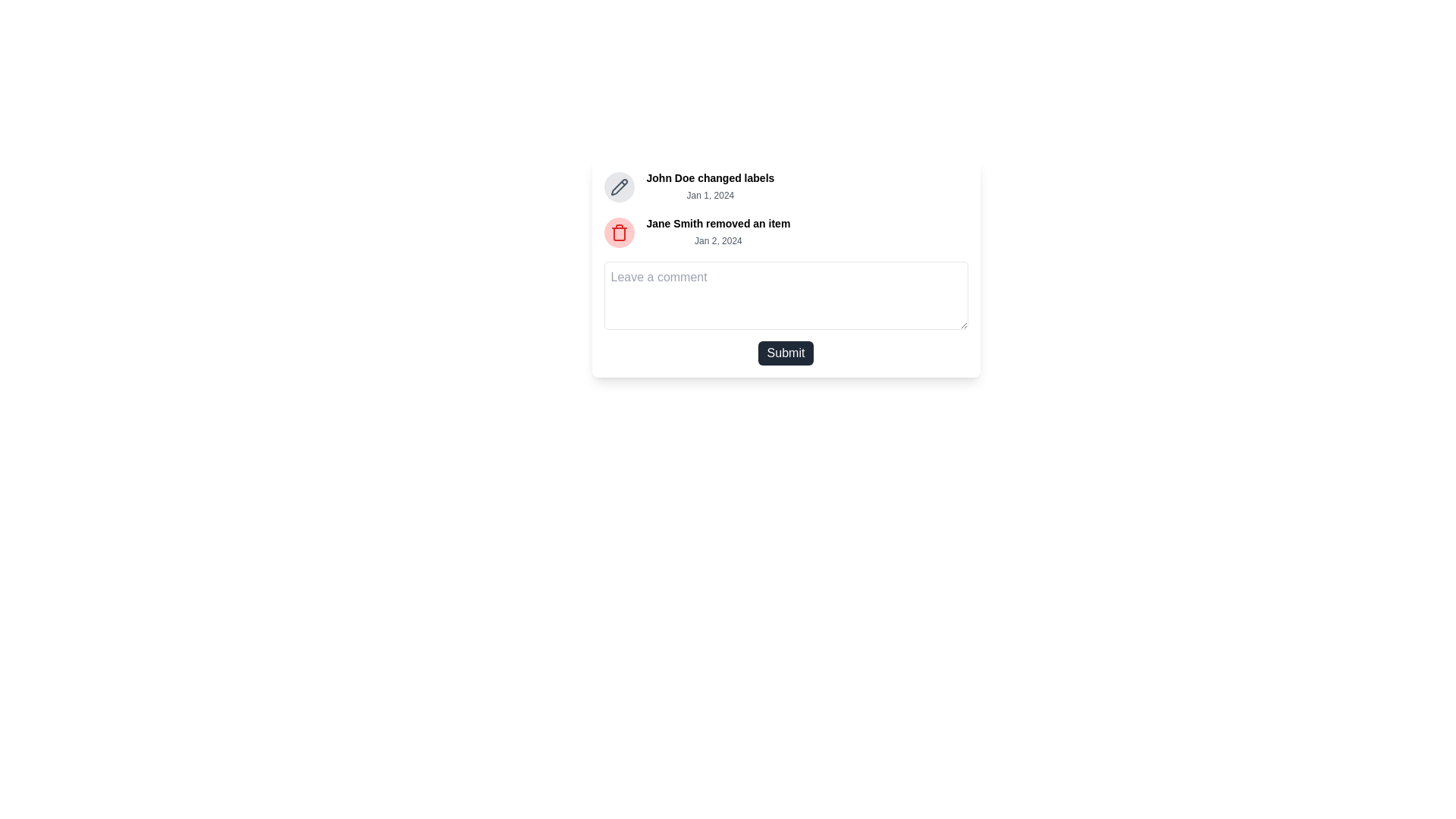  What do you see at coordinates (786, 233) in the screenshot?
I see `the second entry in the activity log which contains a circular red icon with a trash can symbol and bold text stating 'Jane Smith removed an item'` at bounding box center [786, 233].